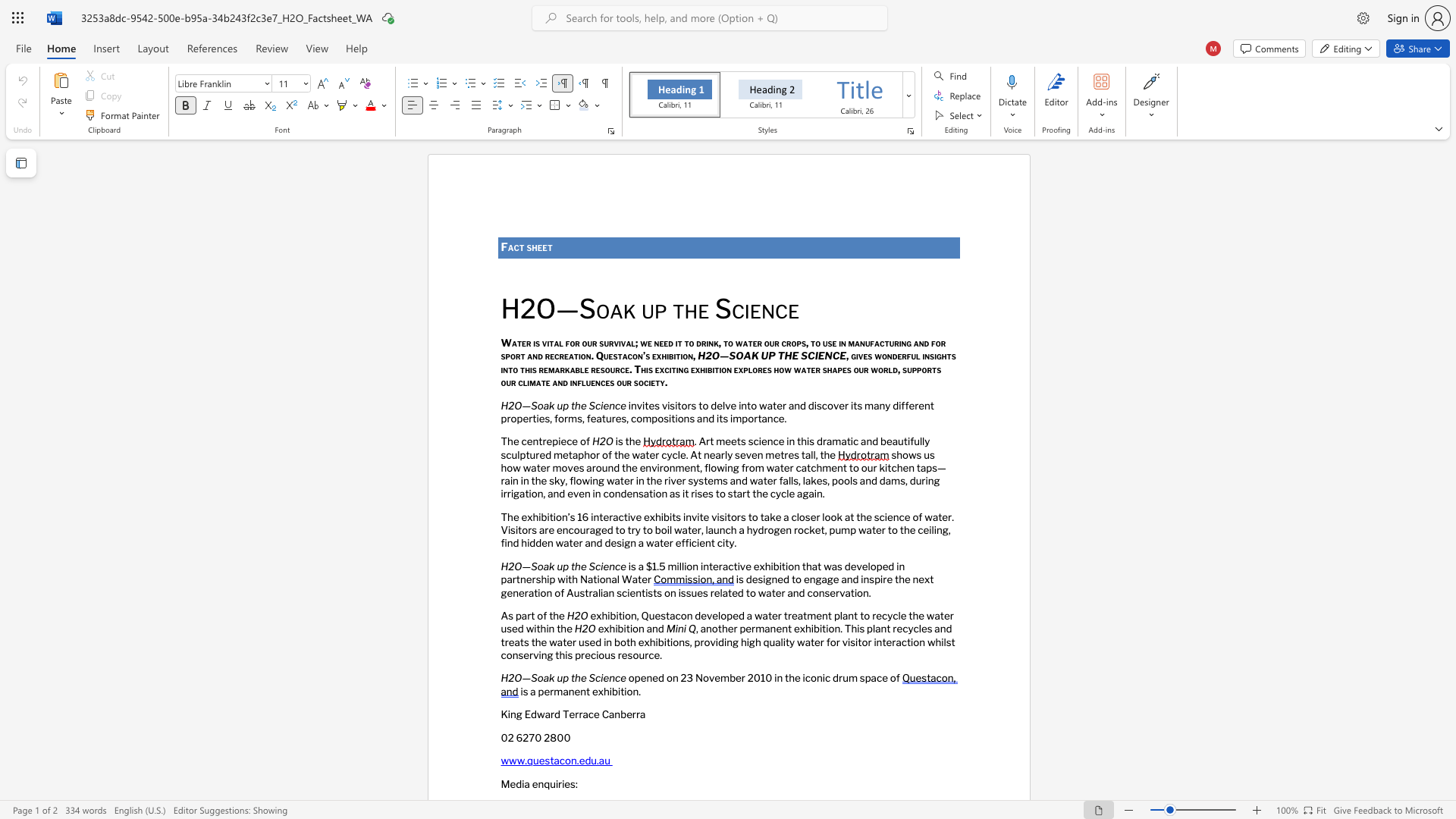  What do you see at coordinates (736, 356) in the screenshot?
I see `the space between the continuous character "S" and "O" in the text` at bounding box center [736, 356].